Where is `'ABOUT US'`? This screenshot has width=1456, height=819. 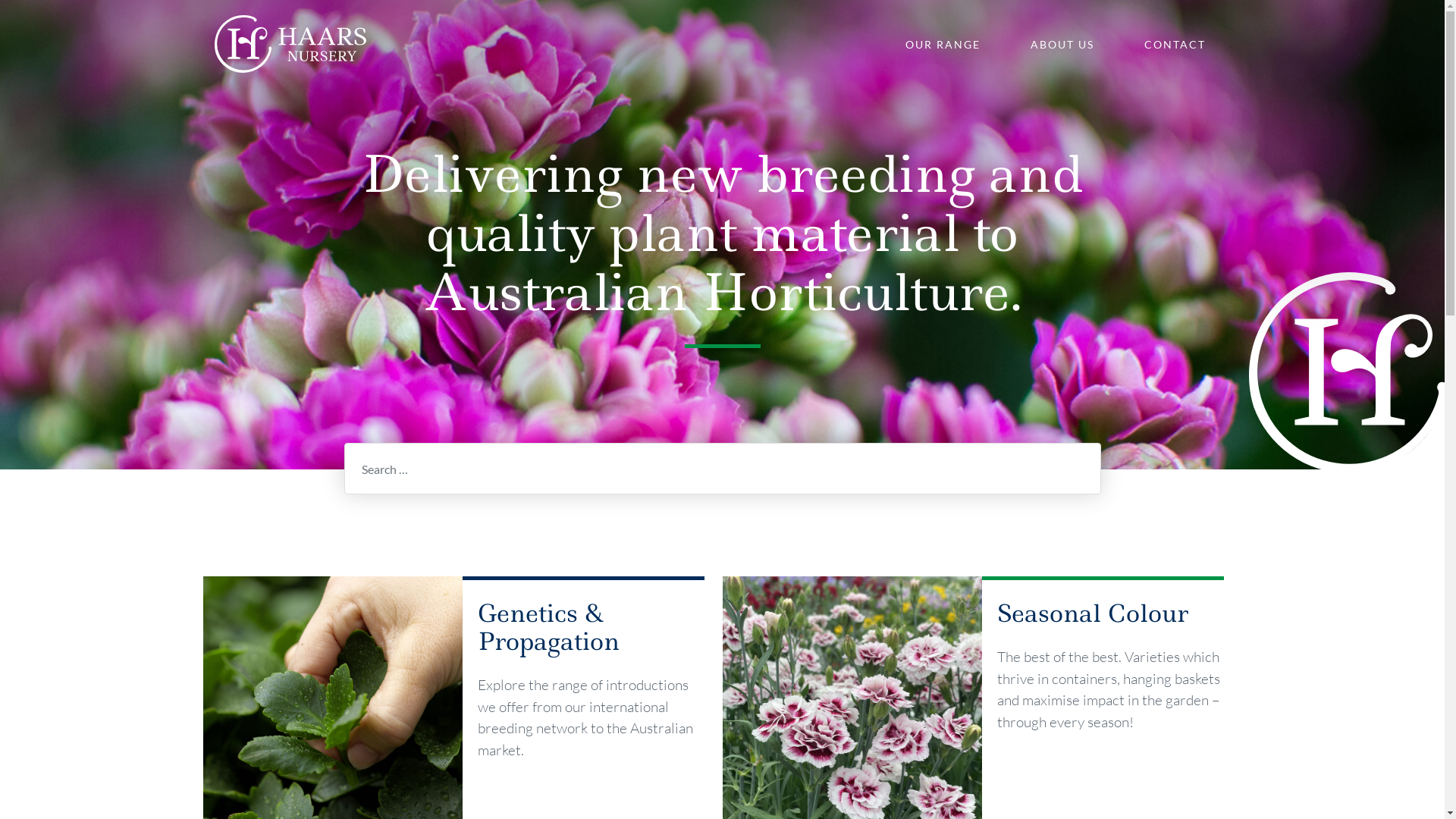 'ABOUT US' is located at coordinates (1061, 43).